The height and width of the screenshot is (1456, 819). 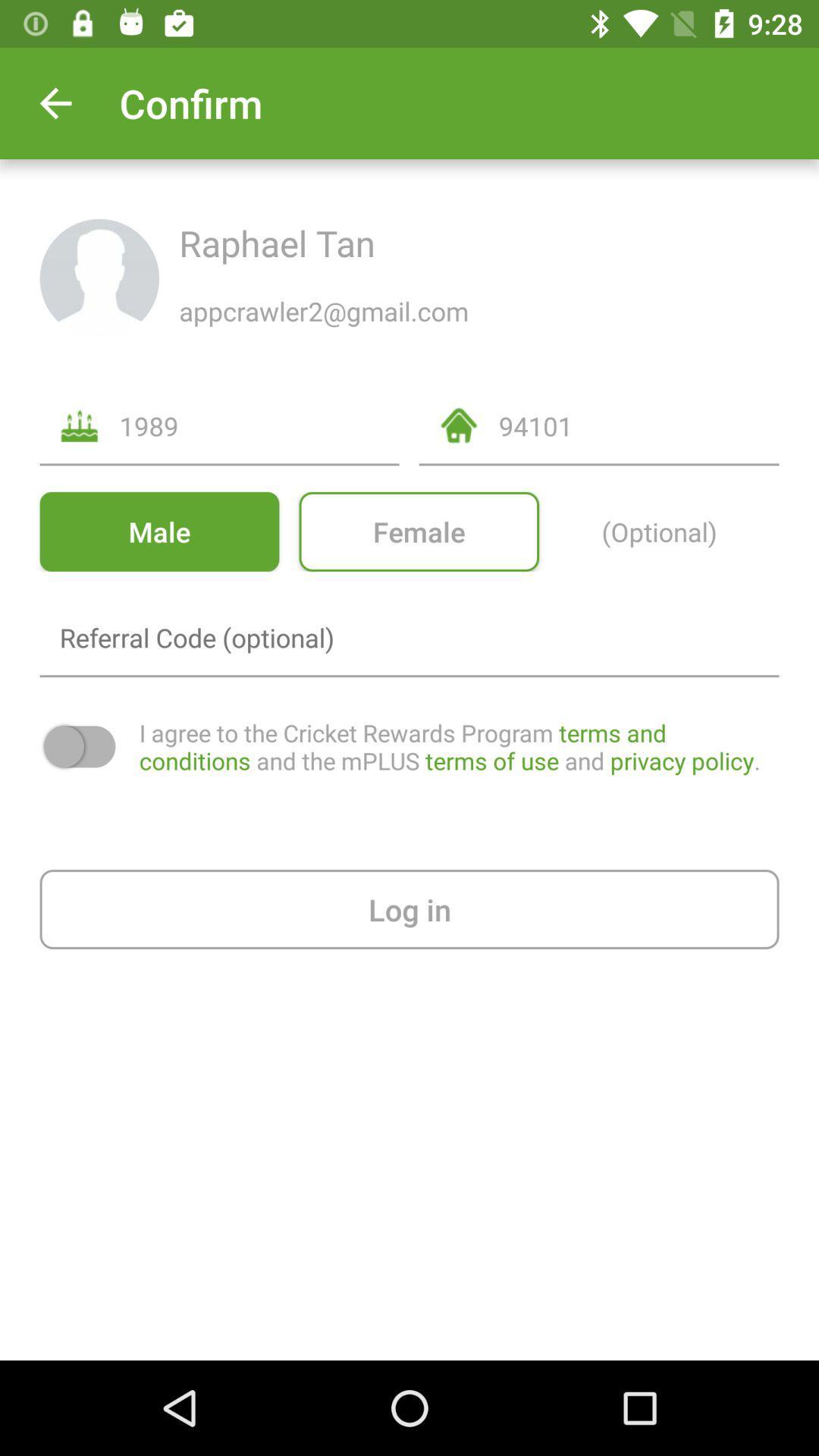 I want to click on the male icon, so click(x=159, y=532).